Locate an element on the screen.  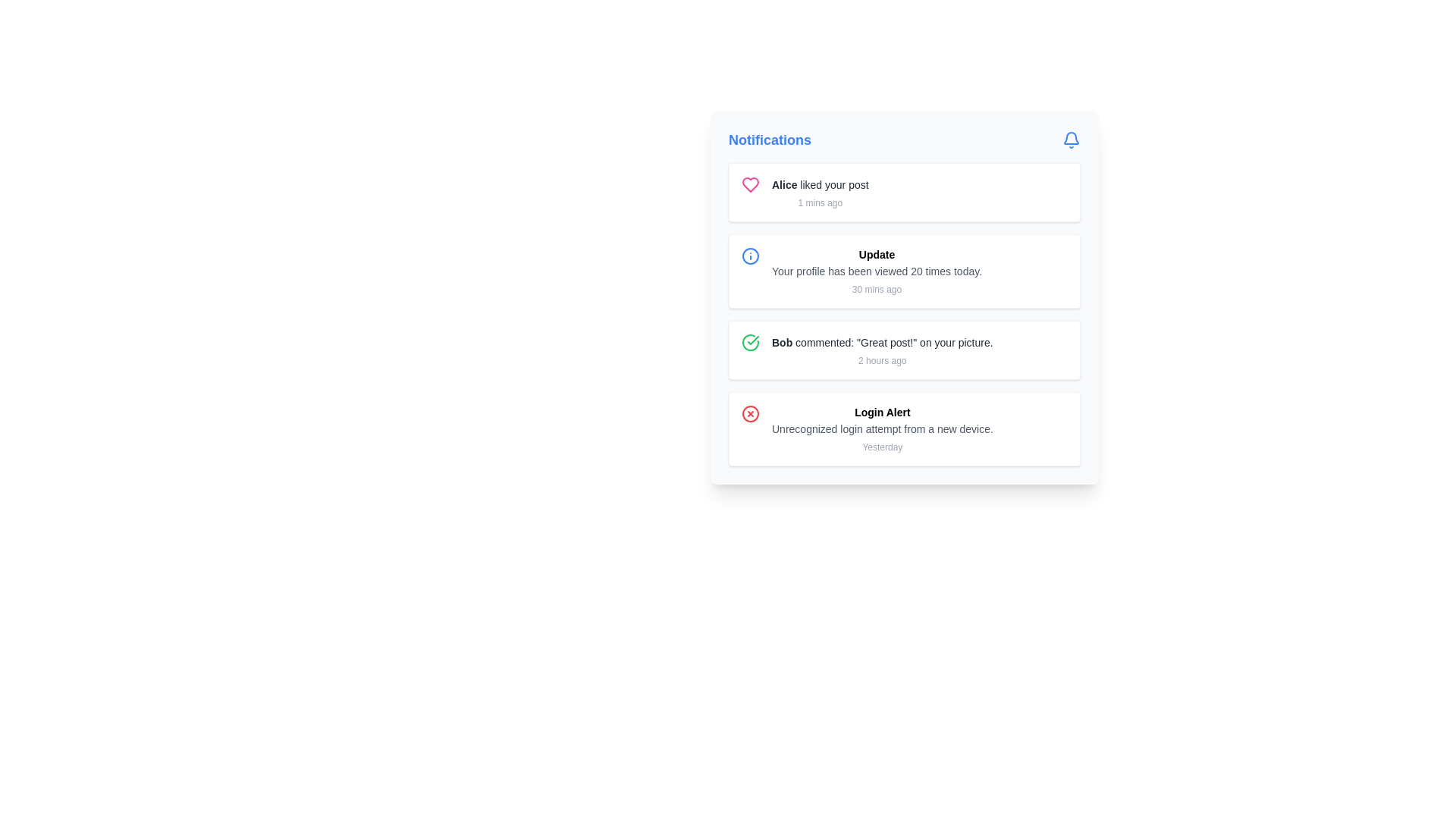
the static text notification displaying 'Alice liked your post', located within the first notification card and positioned beneath the 'Notifications' header is located at coordinates (819, 192).